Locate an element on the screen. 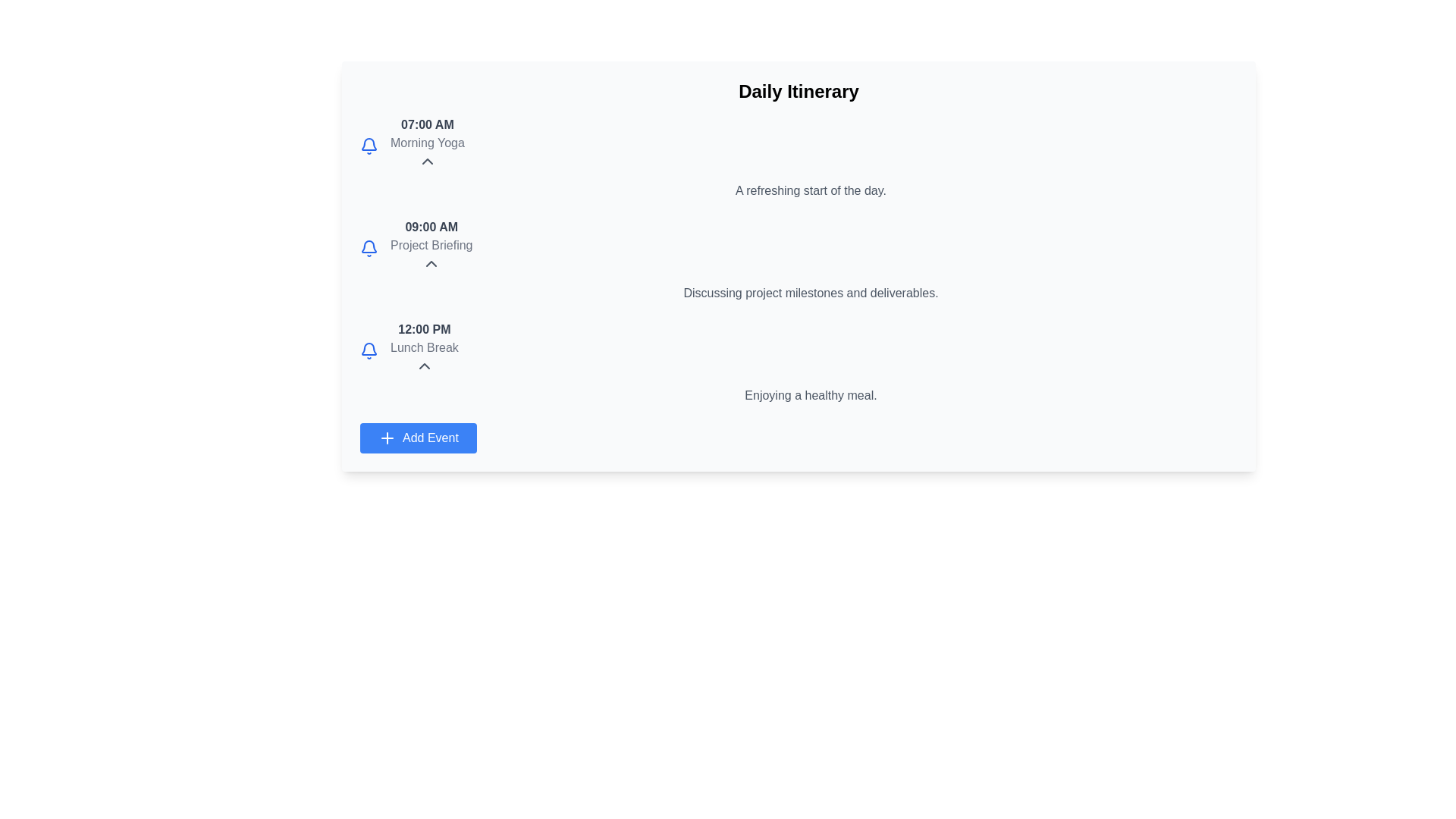 The width and height of the screenshot is (1456, 819). the descriptive text below the '09:00 AM Project Briefing' event is located at coordinates (798, 293).